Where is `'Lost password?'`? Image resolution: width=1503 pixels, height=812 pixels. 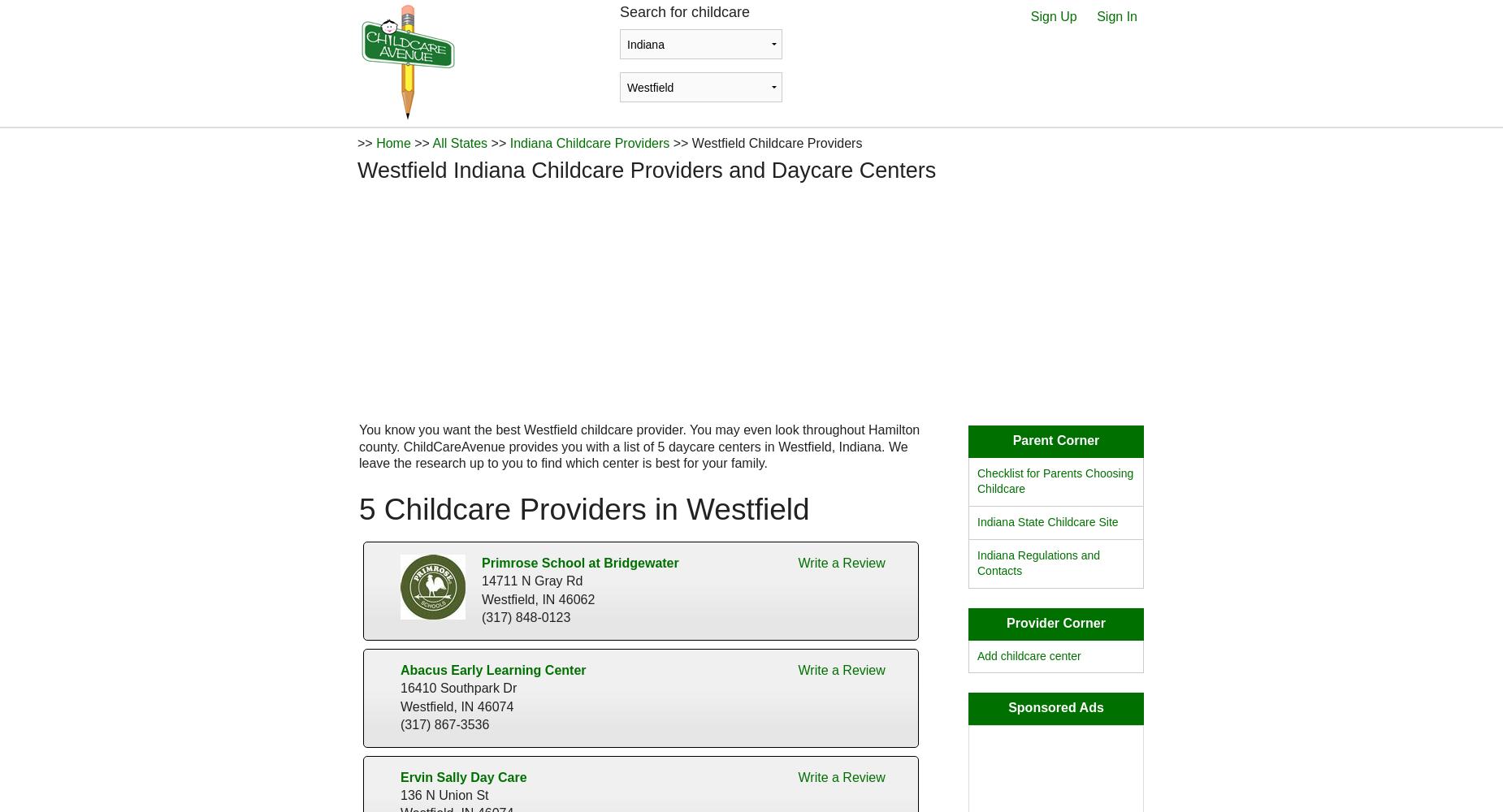
'Lost password?' is located at coordinates (820, 263).